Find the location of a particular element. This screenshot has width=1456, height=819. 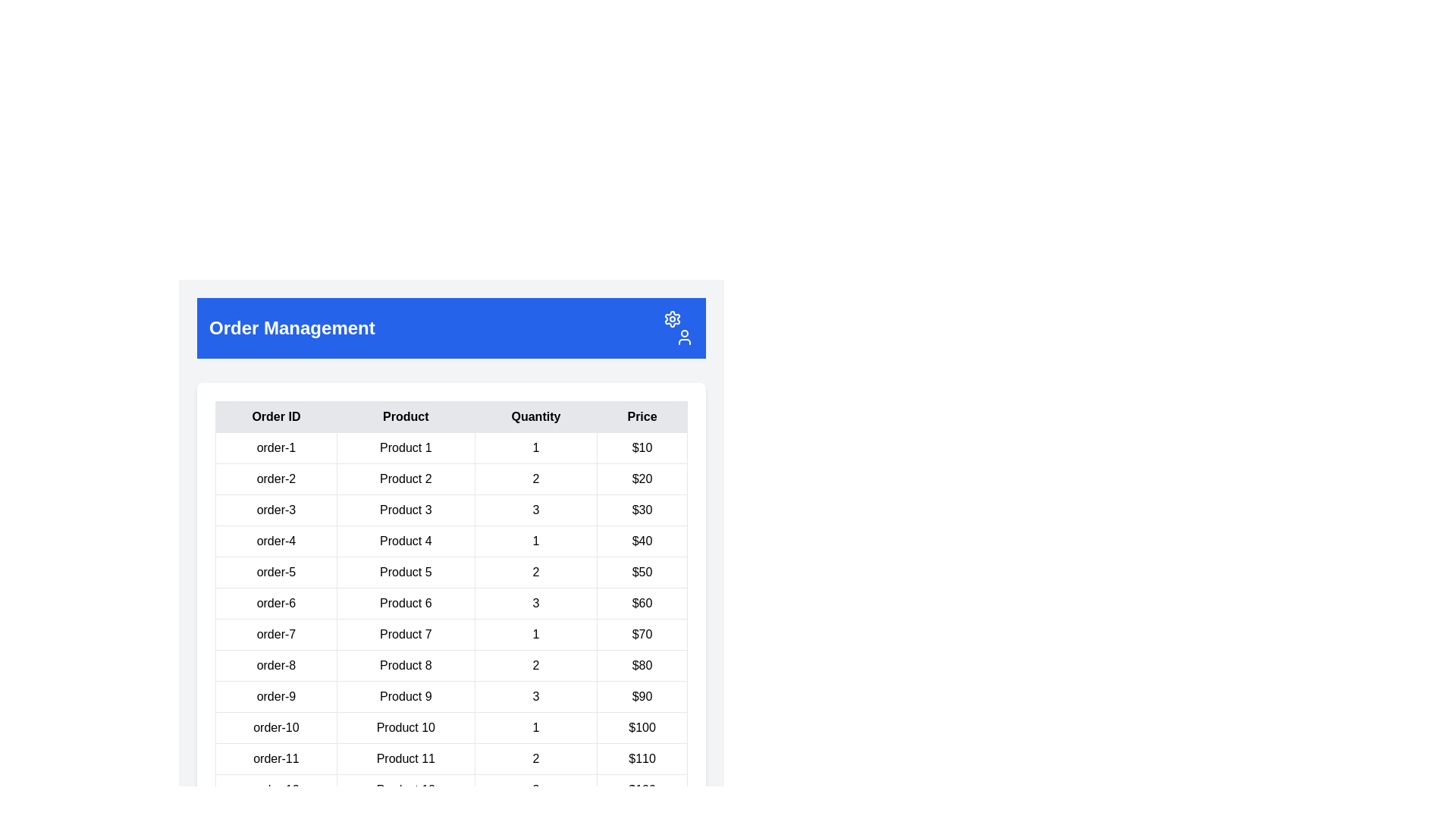

the user profile icon, which is represented by an outline of a person, located at the top-right corner of the blue header, adjacent to the settings icon is located at coordinates (683, 336).